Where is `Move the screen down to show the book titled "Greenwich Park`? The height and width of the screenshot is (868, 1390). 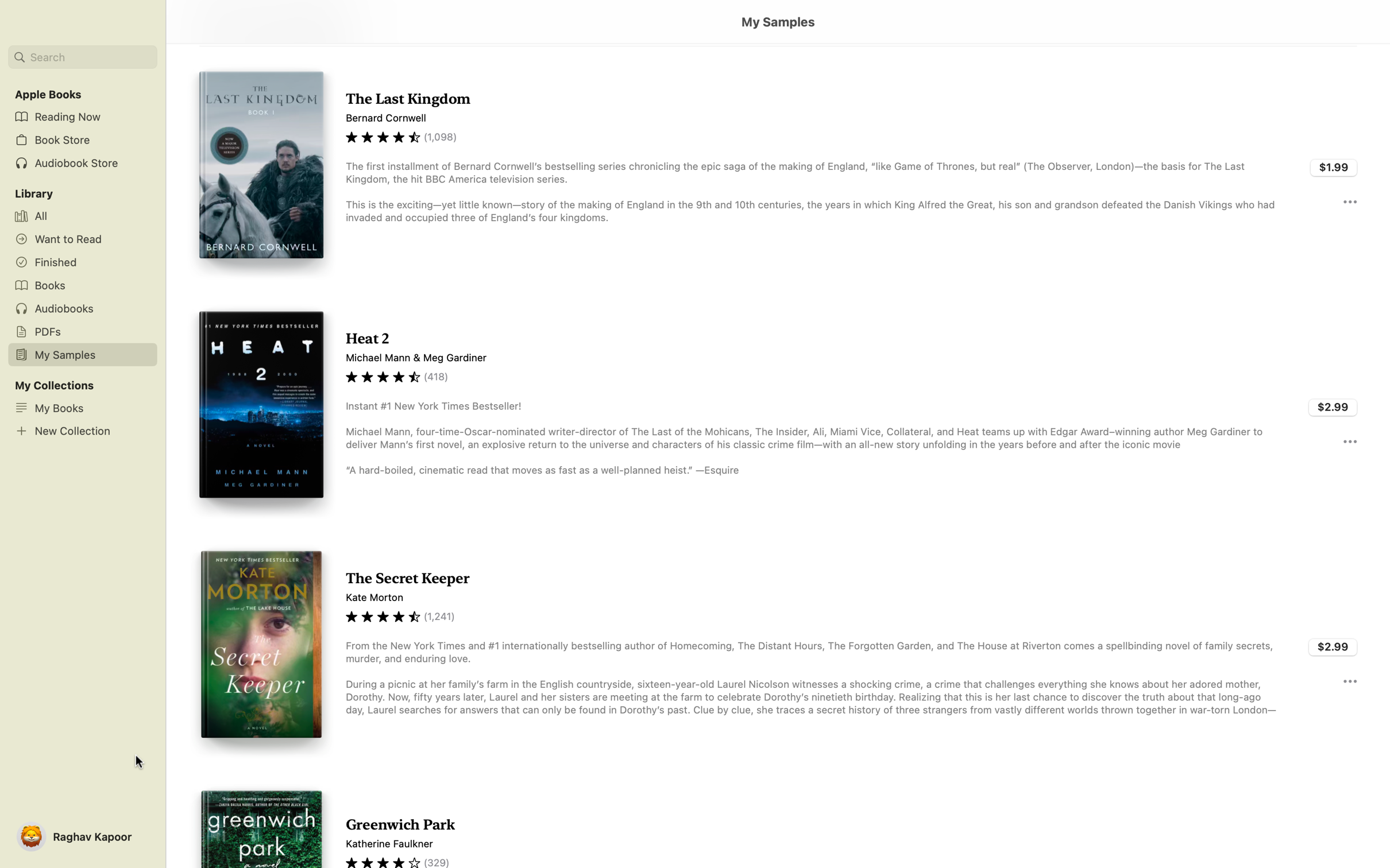 Move the screen down to show the book titled "Greenwich Park is located at coordinates (2613895, 957404).